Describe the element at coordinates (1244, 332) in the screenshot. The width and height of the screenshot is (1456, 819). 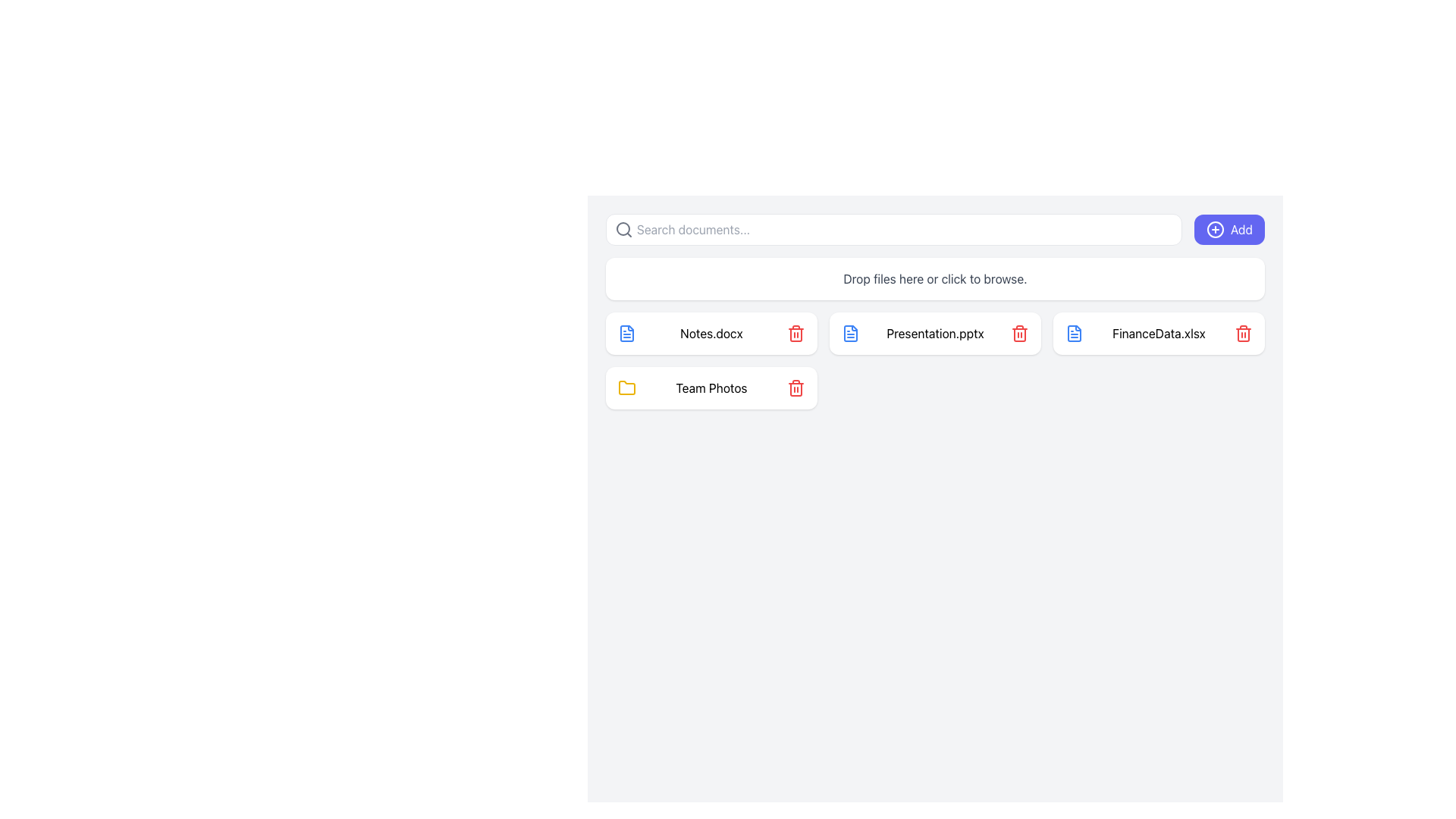
I see `the small red trash bin icon, which serves as the delete button, located on the far right side of the horizontal box labeled 'FinanceData.xlsx'` at that location.